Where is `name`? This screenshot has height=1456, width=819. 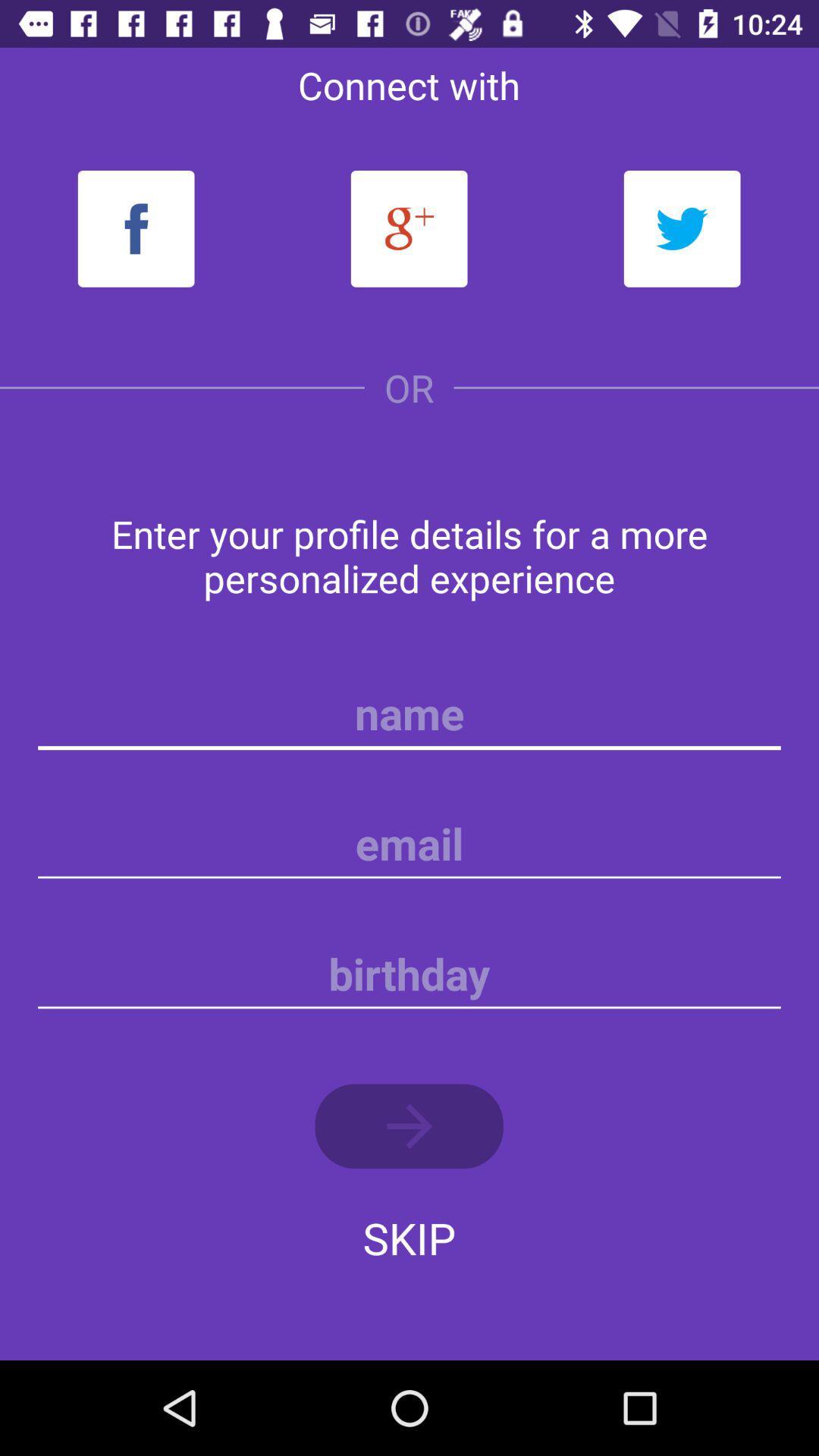
name is located at coordinates (409, 713).